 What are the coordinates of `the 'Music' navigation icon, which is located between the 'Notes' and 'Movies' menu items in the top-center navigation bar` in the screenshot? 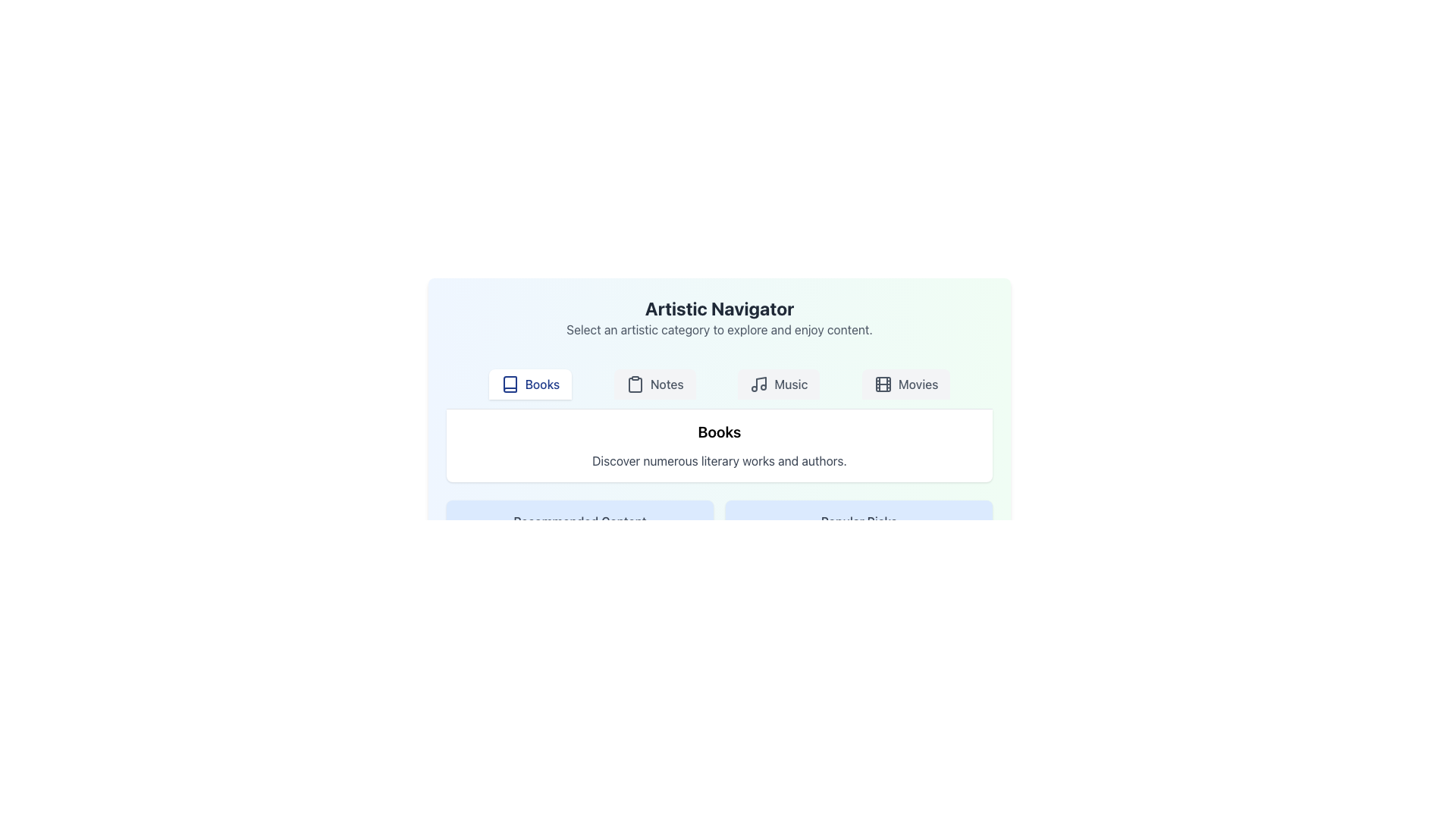 It's located at (759, 383).